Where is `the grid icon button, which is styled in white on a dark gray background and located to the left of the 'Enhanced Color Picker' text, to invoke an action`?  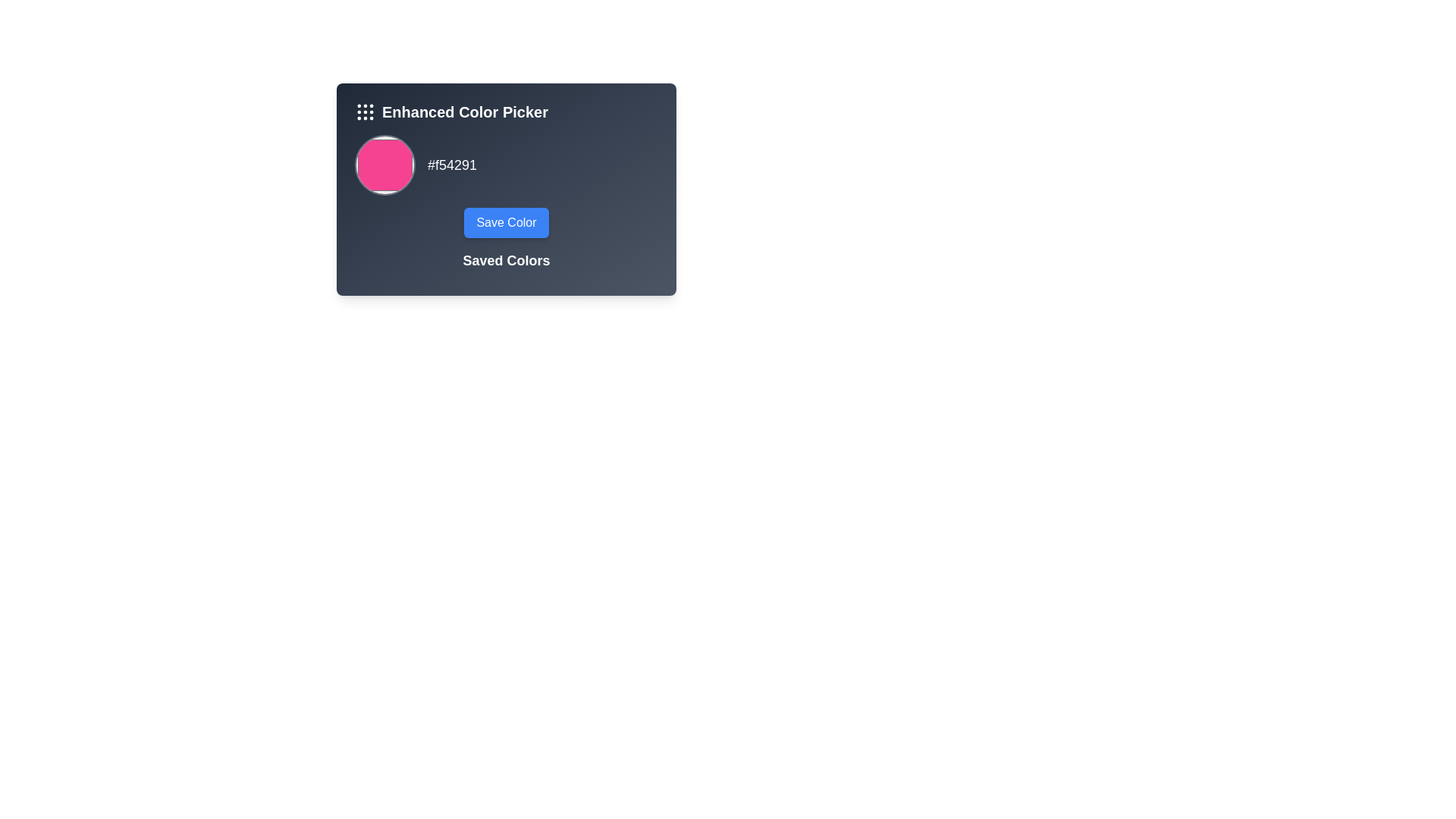 the grid icon button, which is styled in white on a dark gray background and located to the left of the 'Enhanced Color Picker' text, to invoke an action is located at coordinates (365, 111).